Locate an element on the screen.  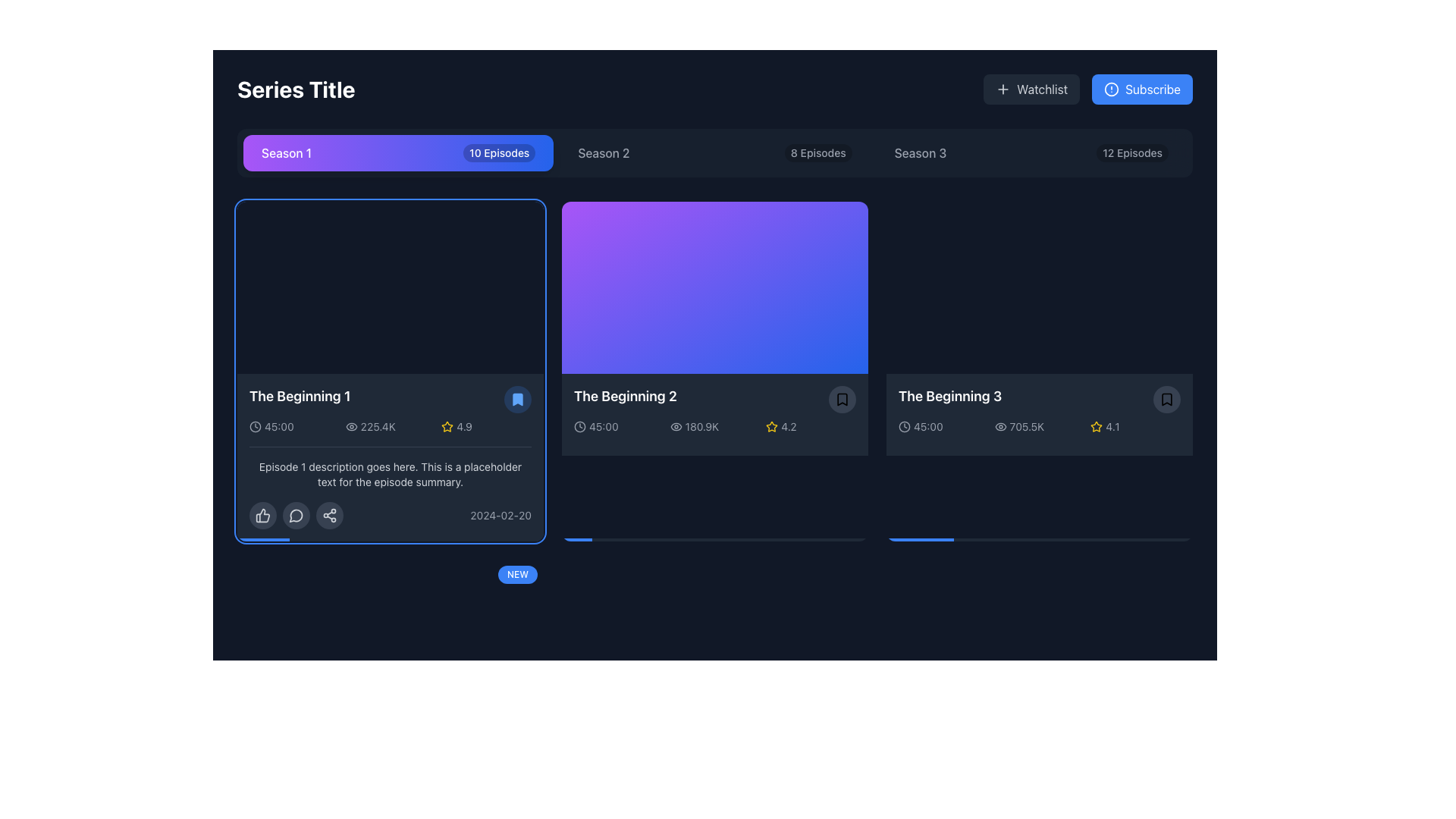
descriptive text block for 'The Beginning 1', which contains the episode summary and publication date is located at coordinates (390, 488).